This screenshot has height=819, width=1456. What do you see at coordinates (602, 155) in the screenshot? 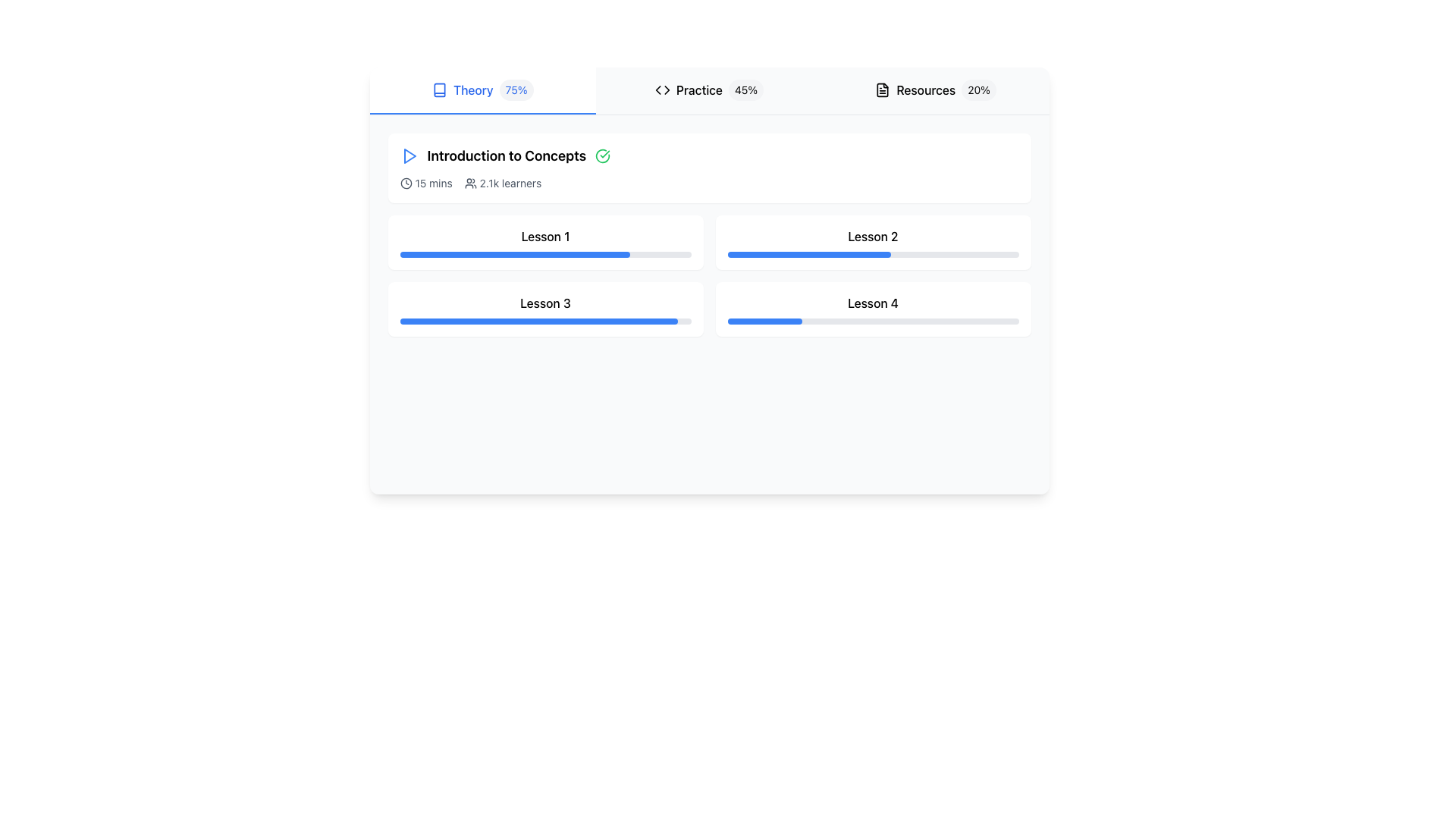
I see `the completion icon located to the right of the text 'Introduction to Concepts' to indicate confirmation` at bounding box center [602, 155].